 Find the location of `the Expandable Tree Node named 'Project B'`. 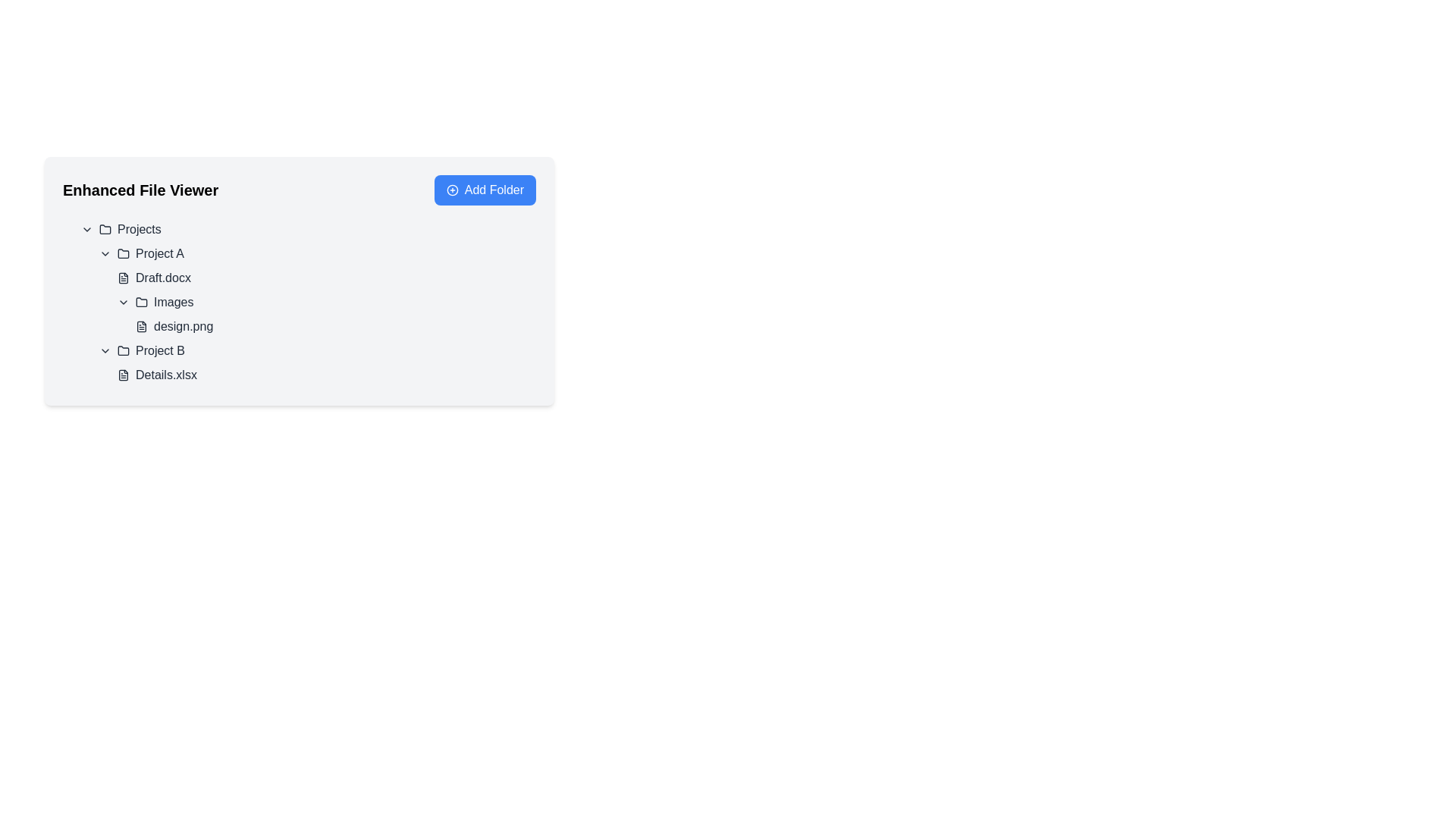

the Expandable Tree Node named 'Project B' is located at coordinates (316, 350).